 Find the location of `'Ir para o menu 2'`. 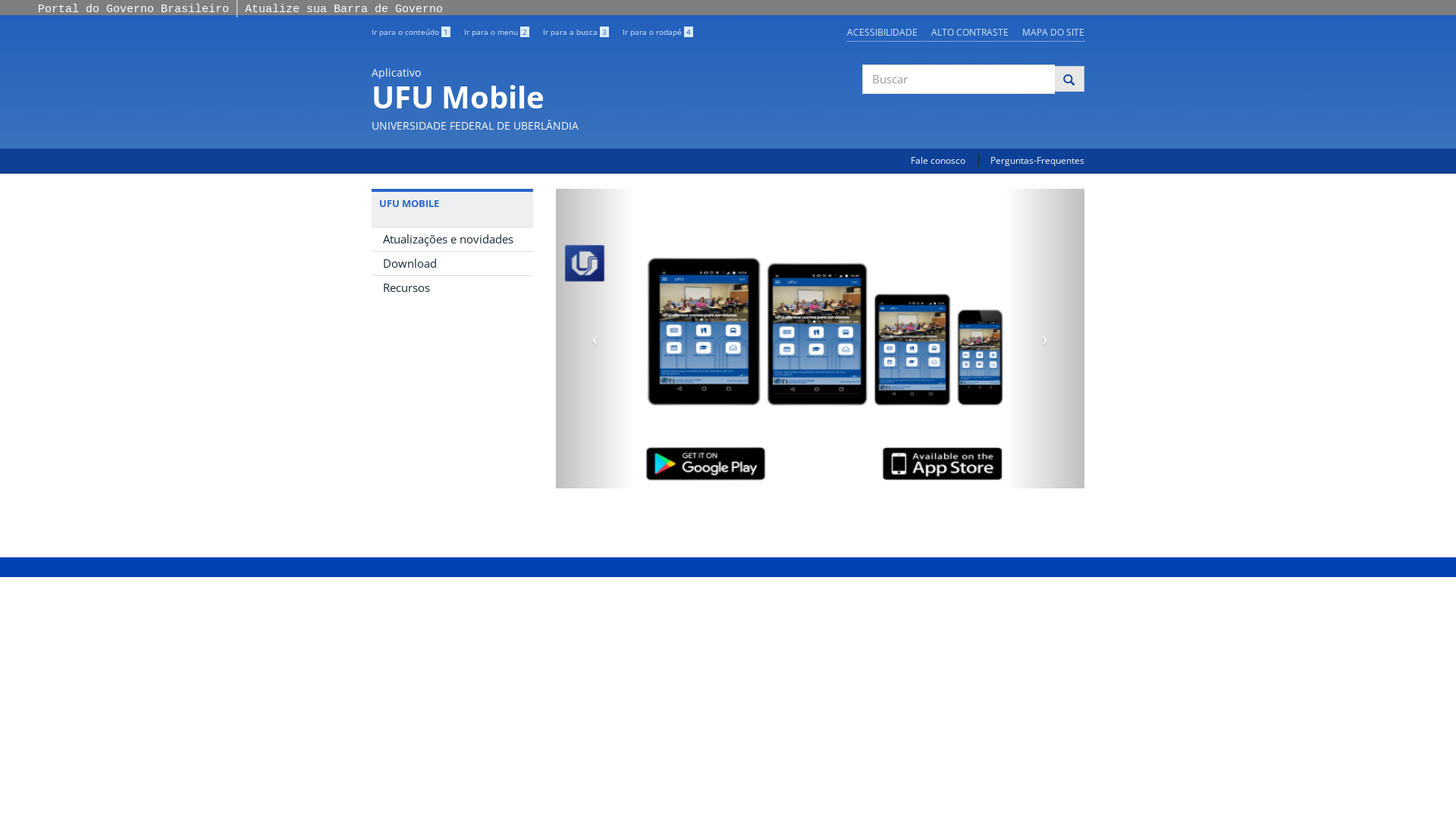

'Ir para o menu 2' is located at coordinates (463, 32).